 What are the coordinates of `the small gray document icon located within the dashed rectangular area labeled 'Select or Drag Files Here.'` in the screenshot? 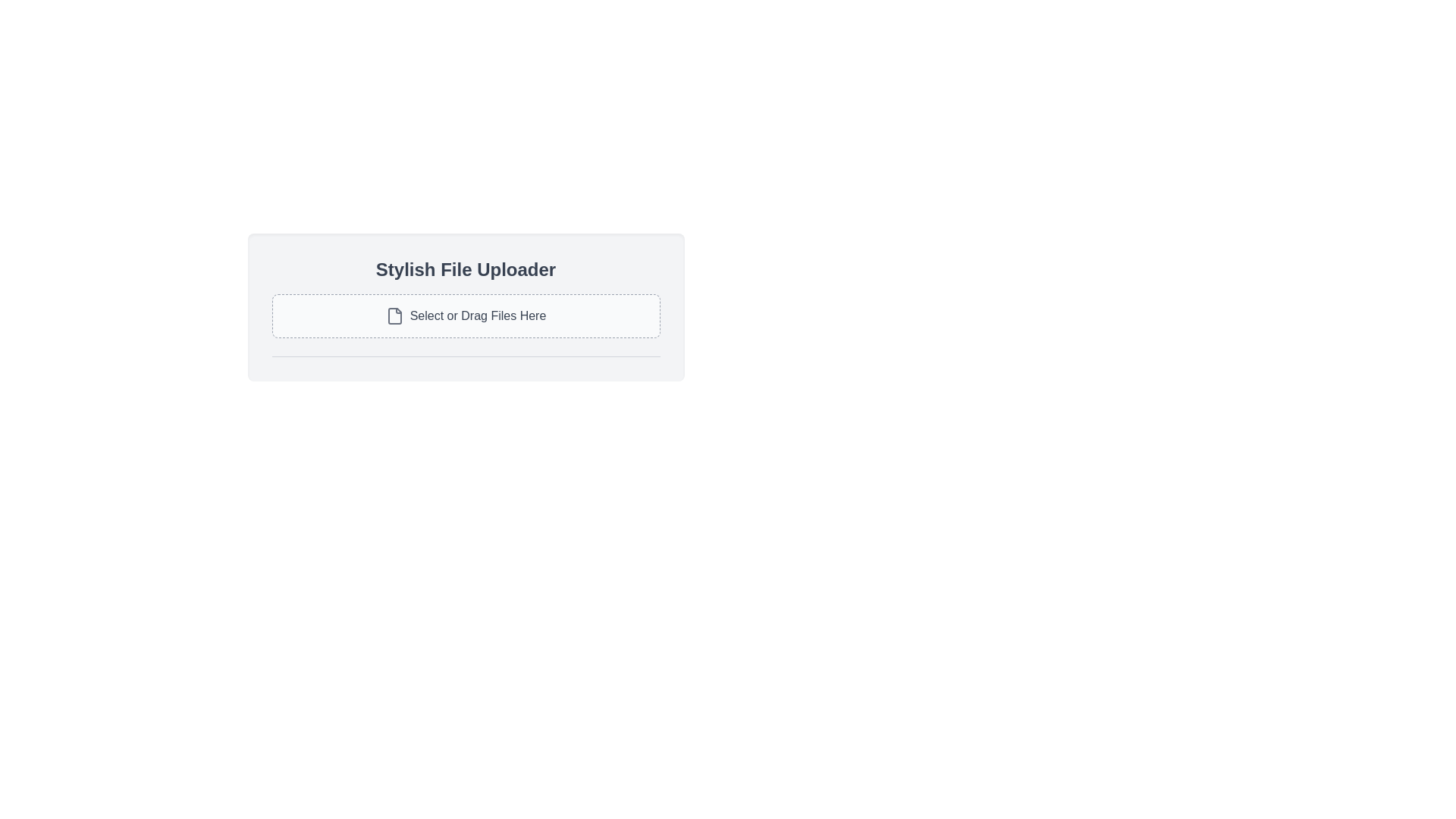 It's located at (394, 315).